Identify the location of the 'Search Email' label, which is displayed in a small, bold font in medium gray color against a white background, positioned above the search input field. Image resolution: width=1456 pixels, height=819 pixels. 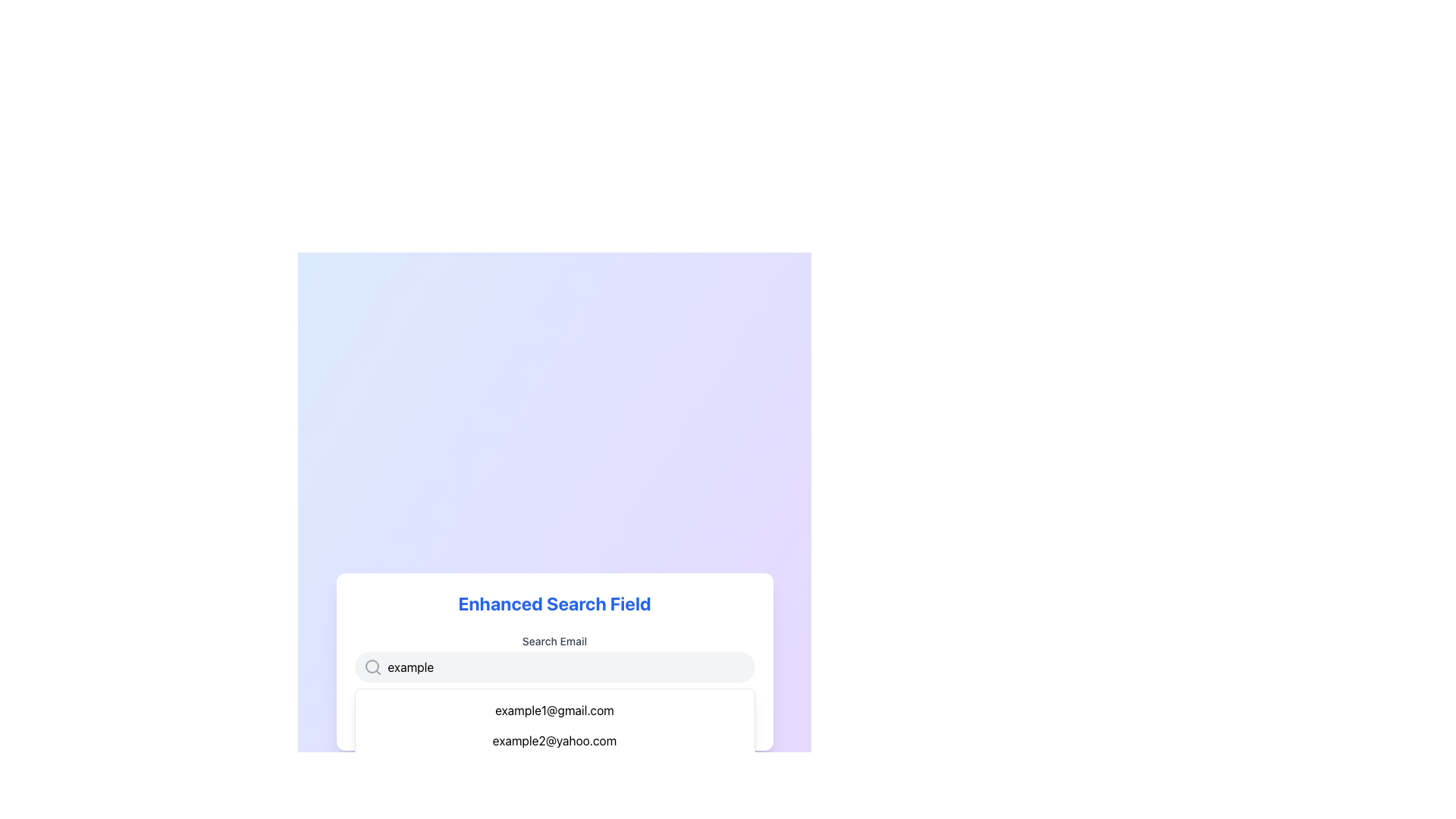
(554, 642).